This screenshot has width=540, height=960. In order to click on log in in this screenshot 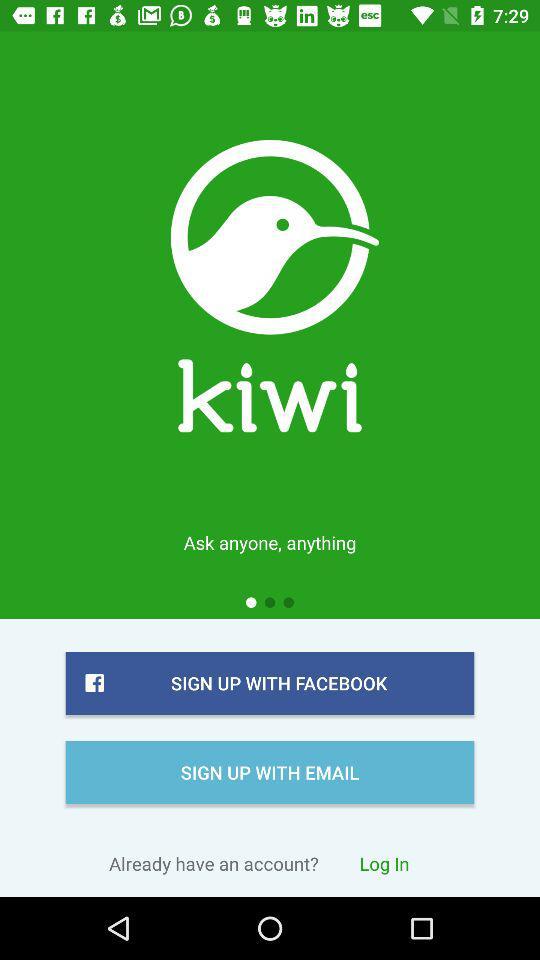, I will do `click(384, 862)`.